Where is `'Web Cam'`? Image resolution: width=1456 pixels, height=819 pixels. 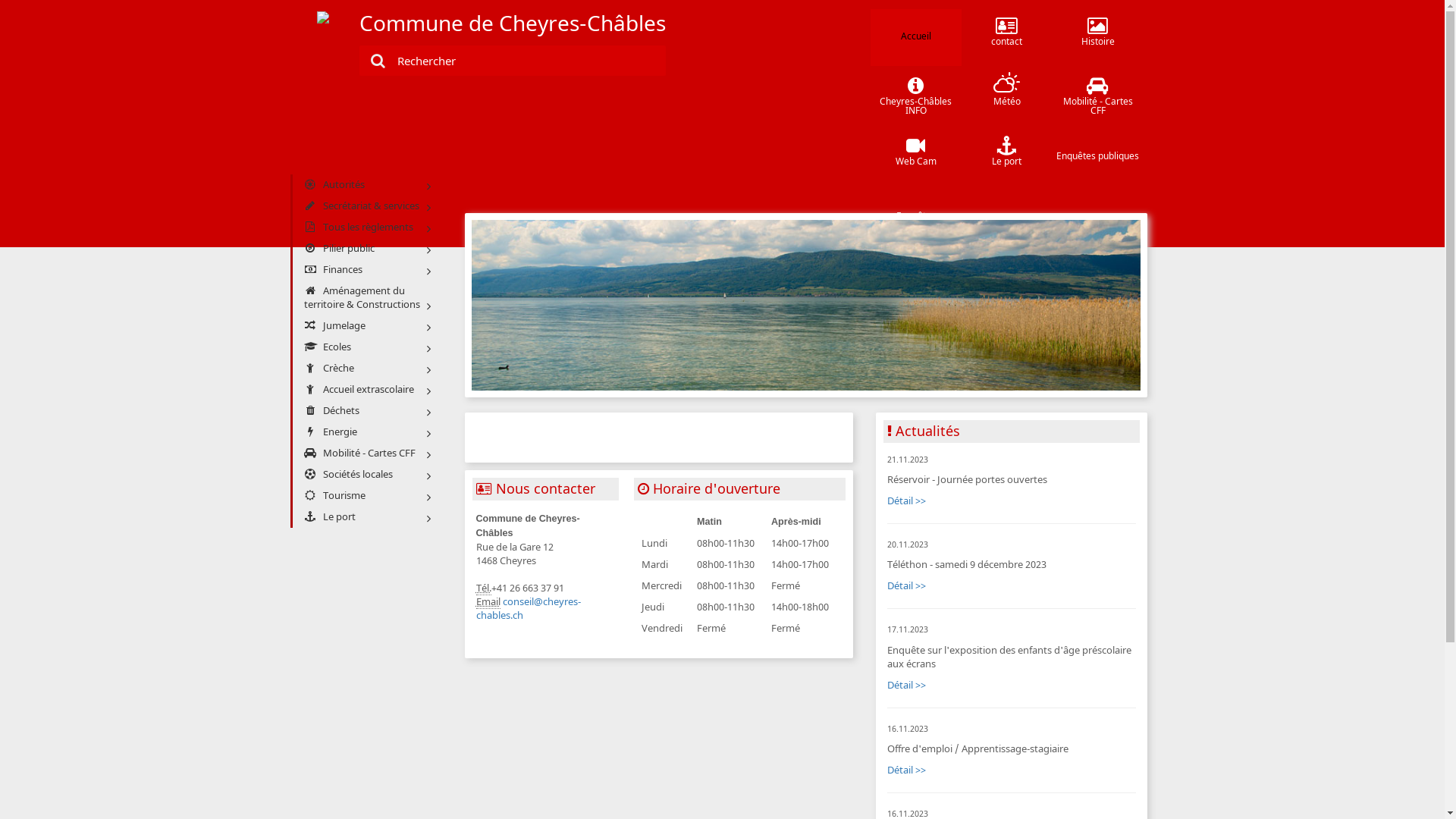 'Web Cam' is located at coordinates (915, 157).